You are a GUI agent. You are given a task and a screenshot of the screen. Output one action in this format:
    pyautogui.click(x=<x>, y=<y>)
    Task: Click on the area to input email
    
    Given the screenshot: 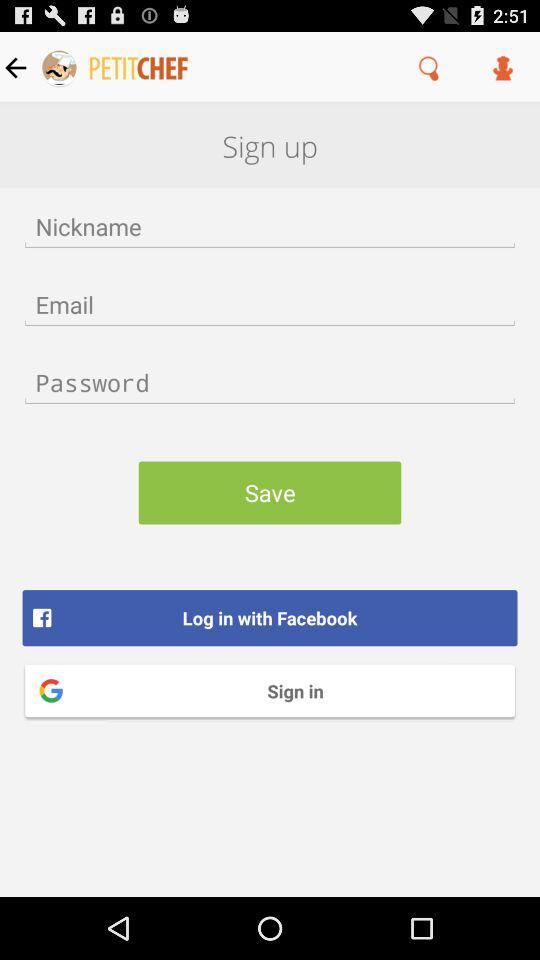 What is the action you would take?
    pyautogui.click(x=270, y=304)
    